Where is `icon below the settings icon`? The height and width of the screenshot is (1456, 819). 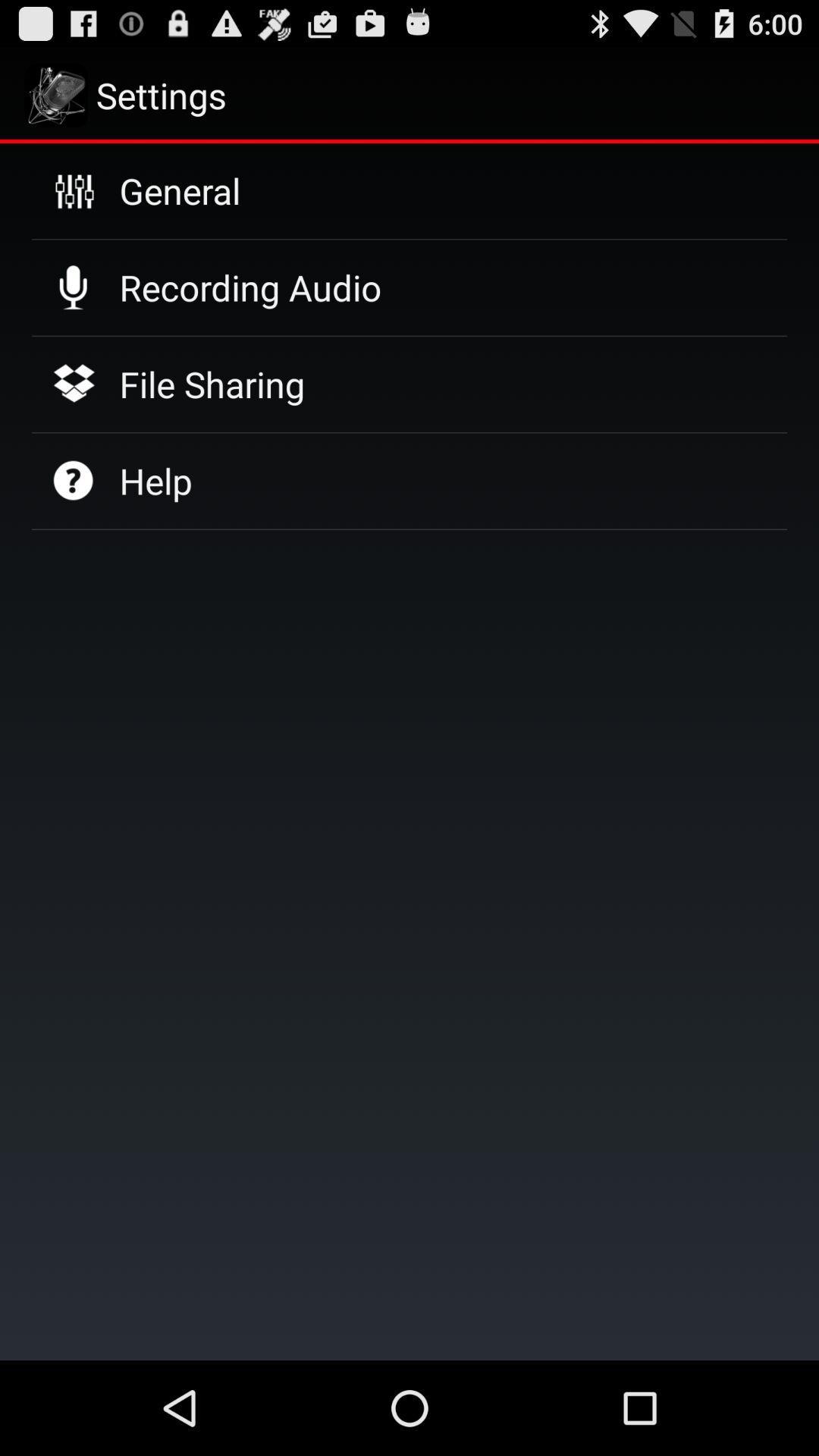
icon below the settings icon is located at coordinates (179, 190).